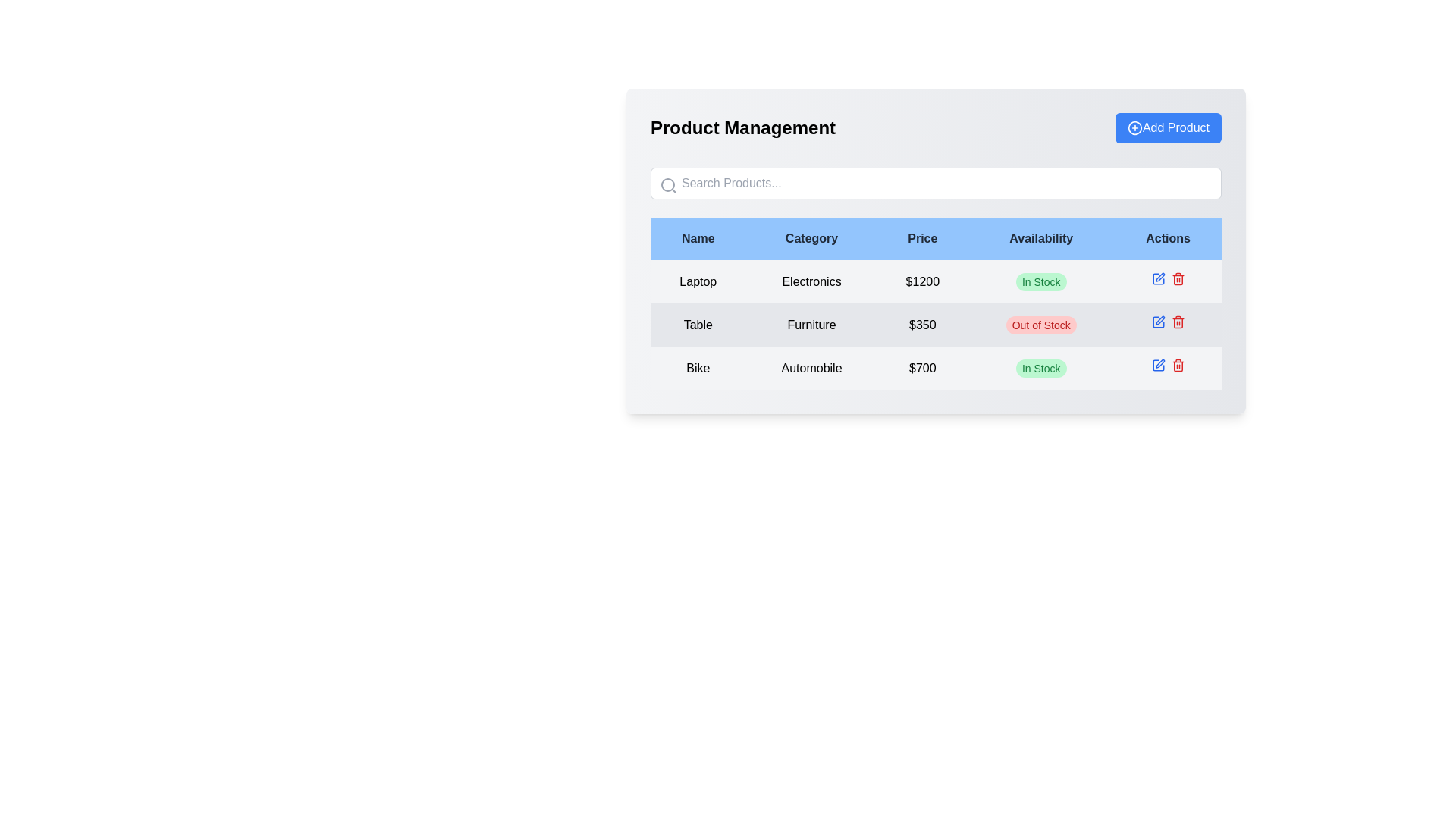  I want to click on the red trash bin icon in the Actions column of the table row representing the Laptop product, so click(1167, 281).